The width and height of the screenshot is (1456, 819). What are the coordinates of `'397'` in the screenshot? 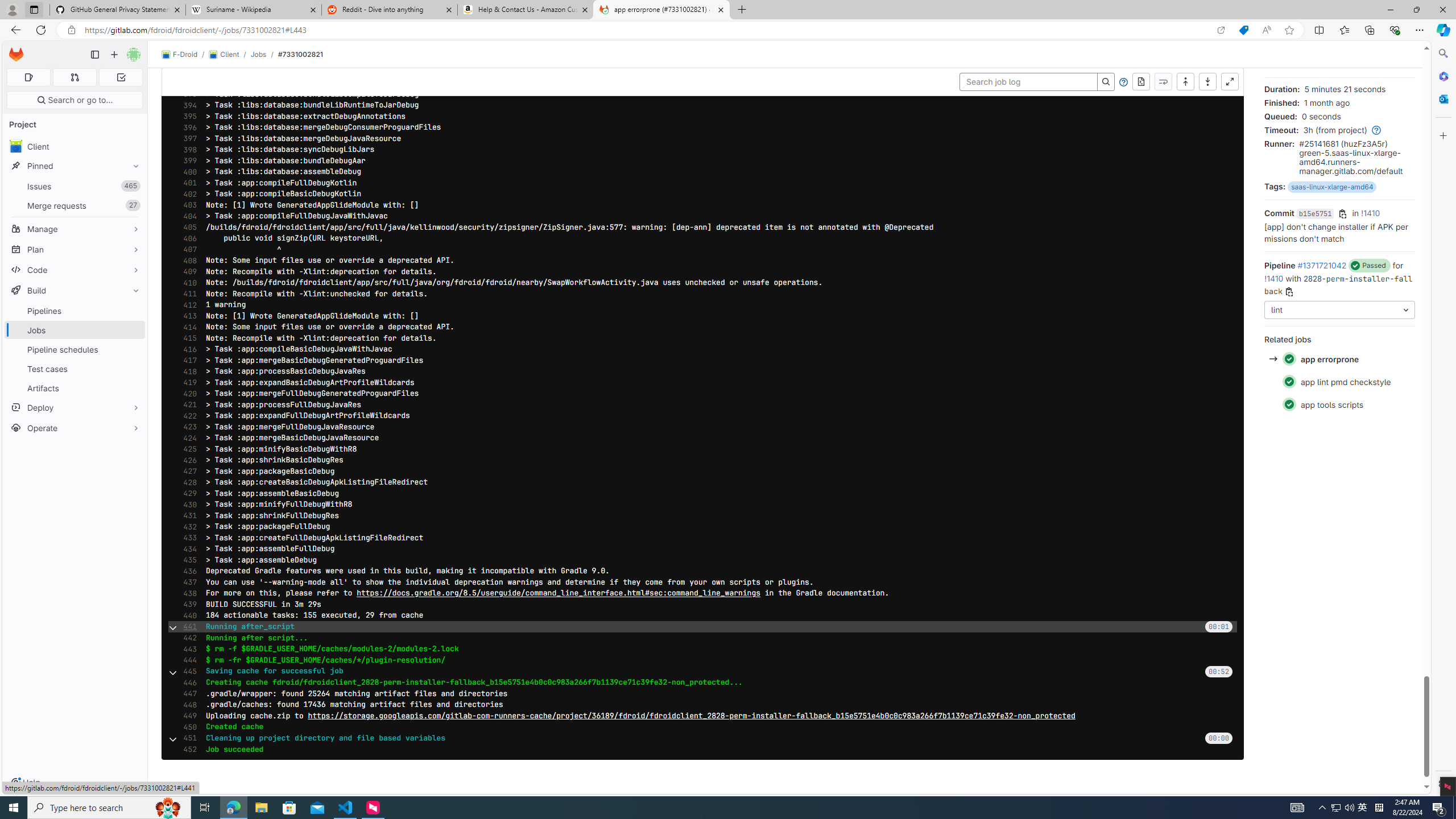 It's located at (186, 138).